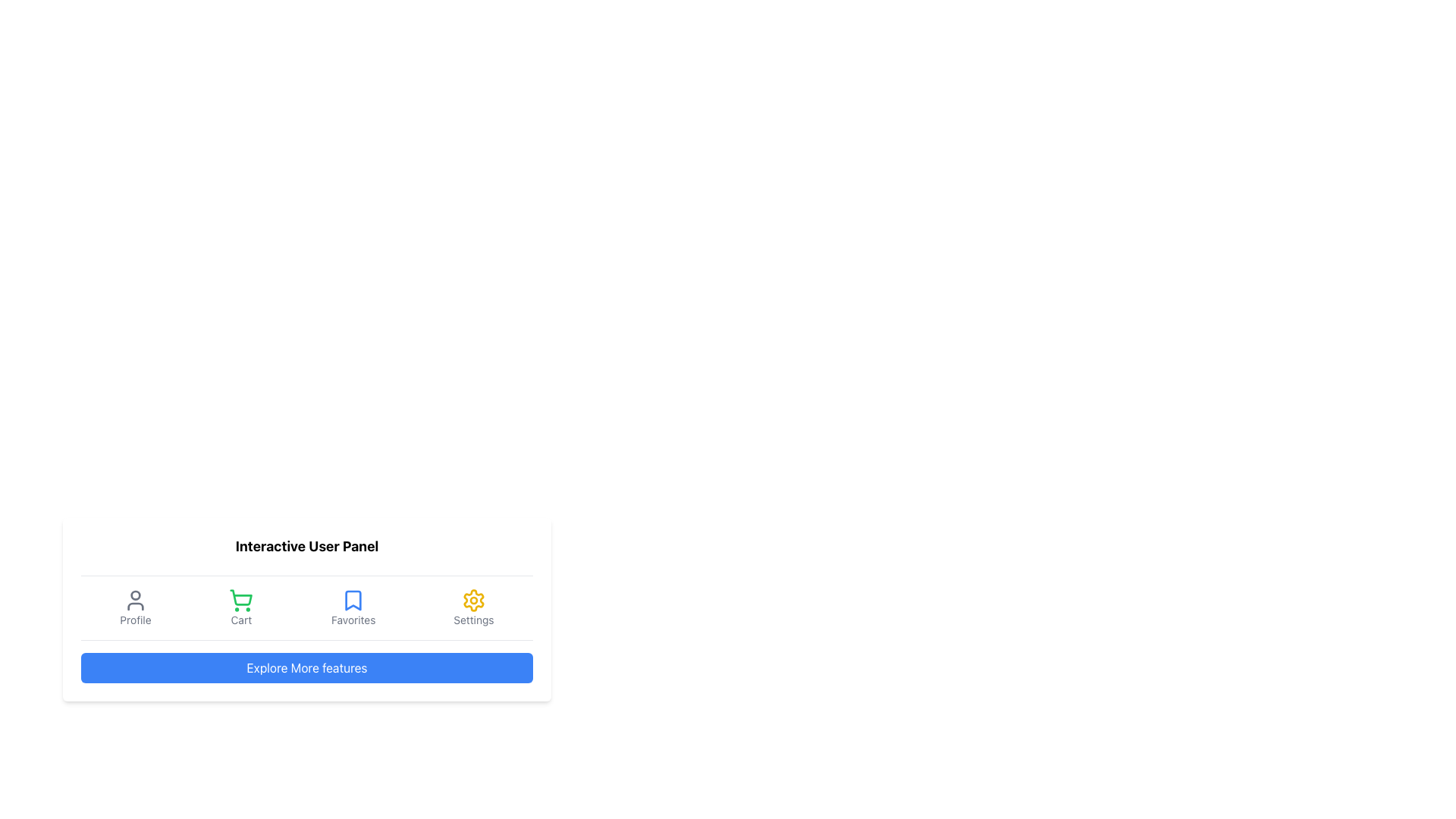  I want to click on text label 'Favorites' which is styled in gray and positioned below the bookmark icon in the menu options, so click(353, 620).